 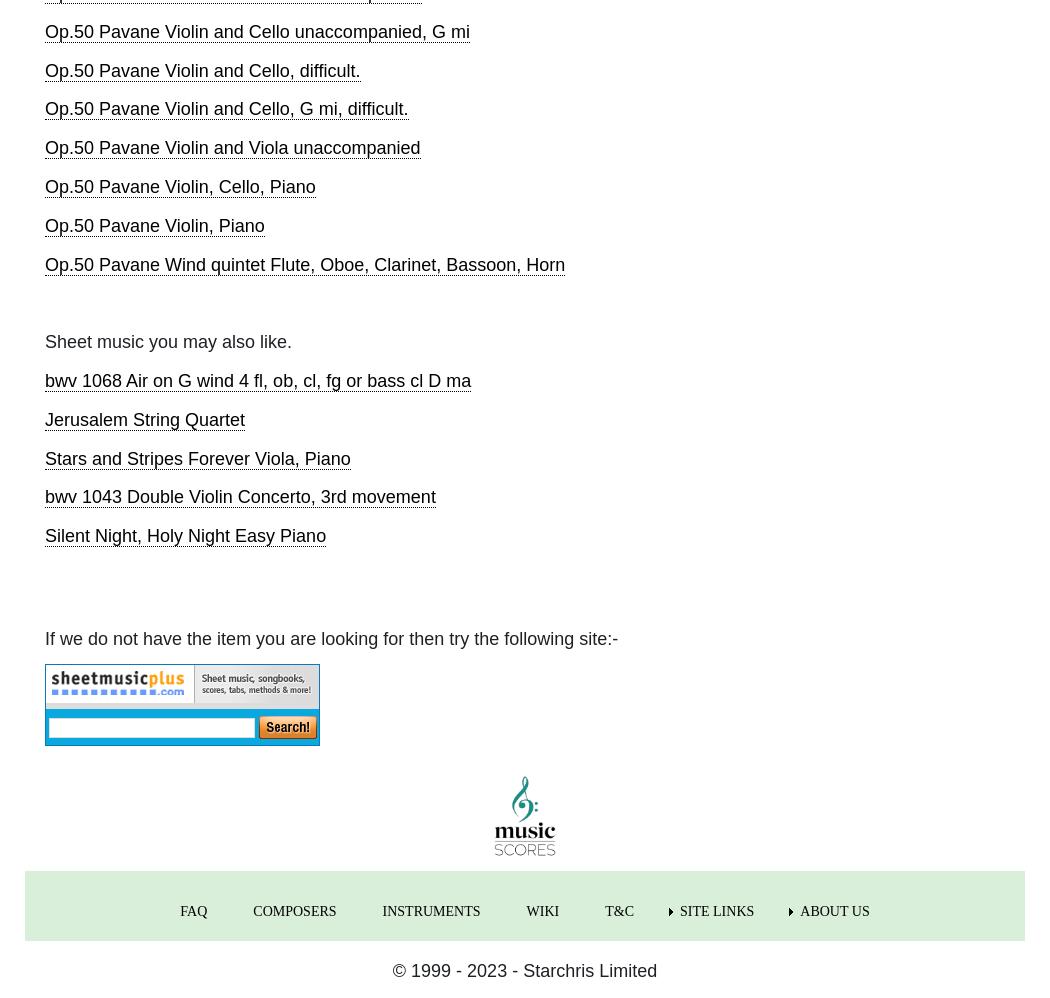 What do you see at coordinates (179, 185) in the screenshot?
I see `'Op.50  Pavane  Violin, Cello, Piano'` at bounding box center [179, 185].